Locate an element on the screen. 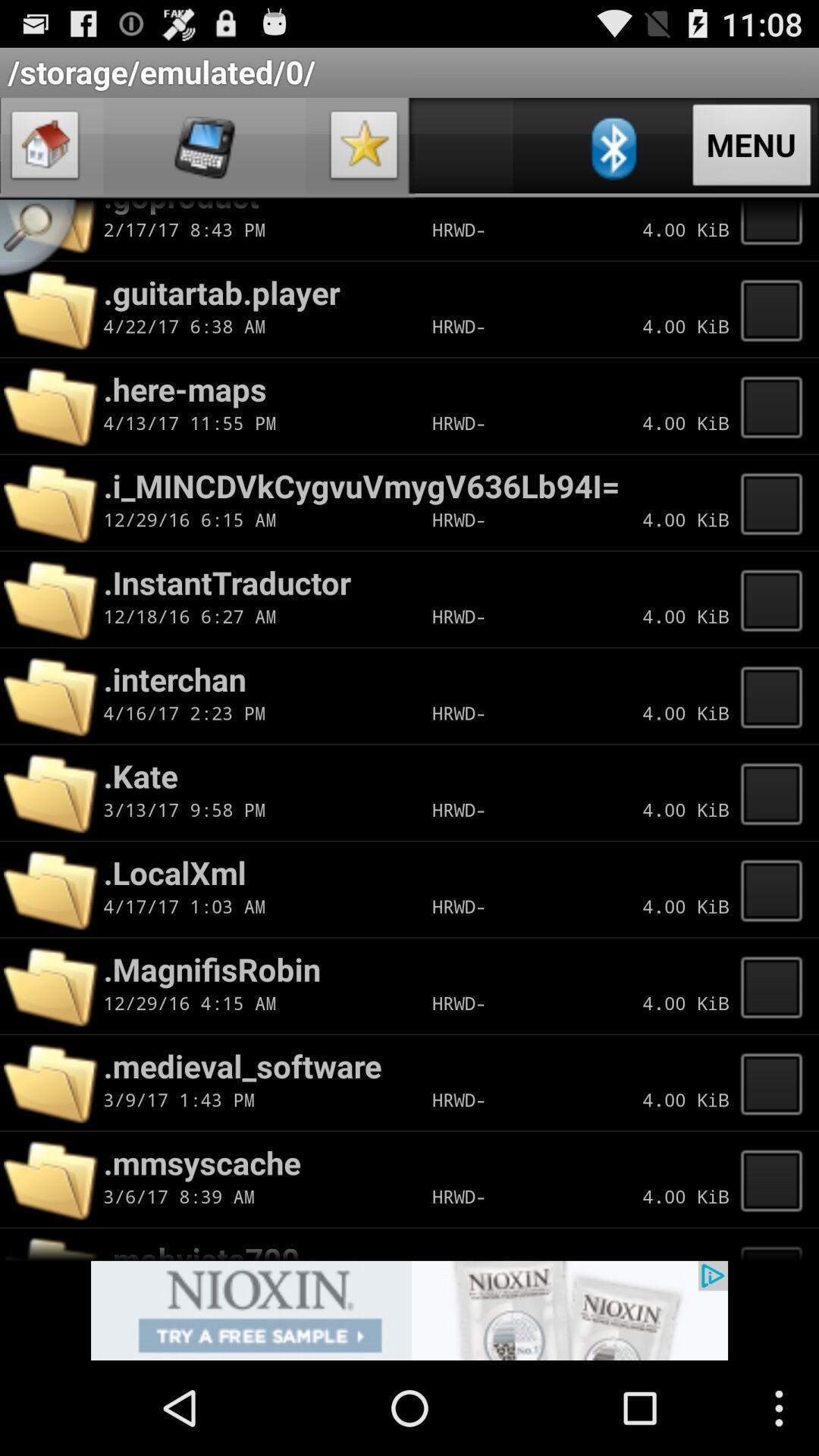 The width and height of the screenshot is (819, 1456). new tape is located at coordinates (776, 309).